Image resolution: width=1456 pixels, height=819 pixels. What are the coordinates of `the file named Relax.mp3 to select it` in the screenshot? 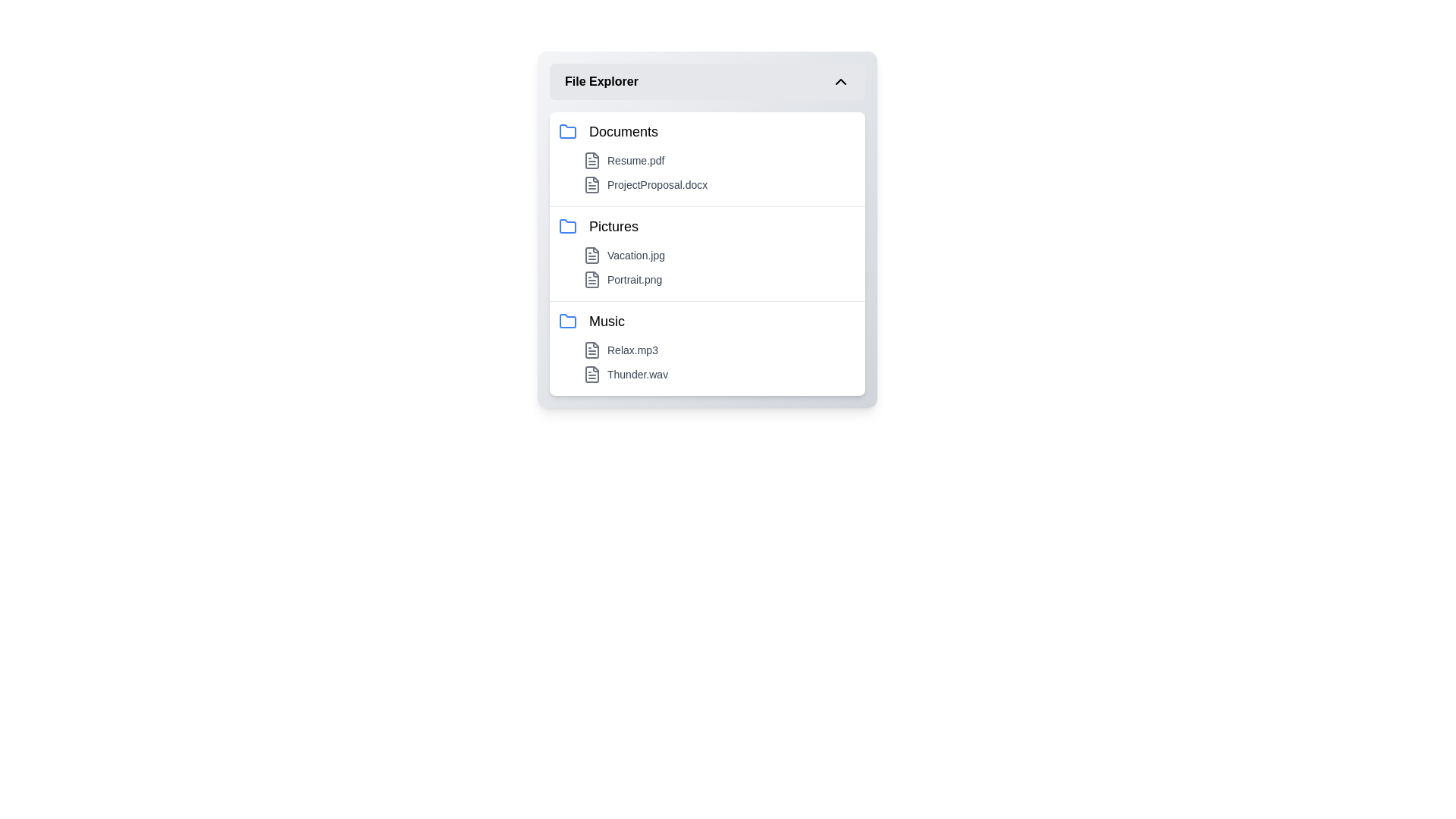 It's located at (719, 350).